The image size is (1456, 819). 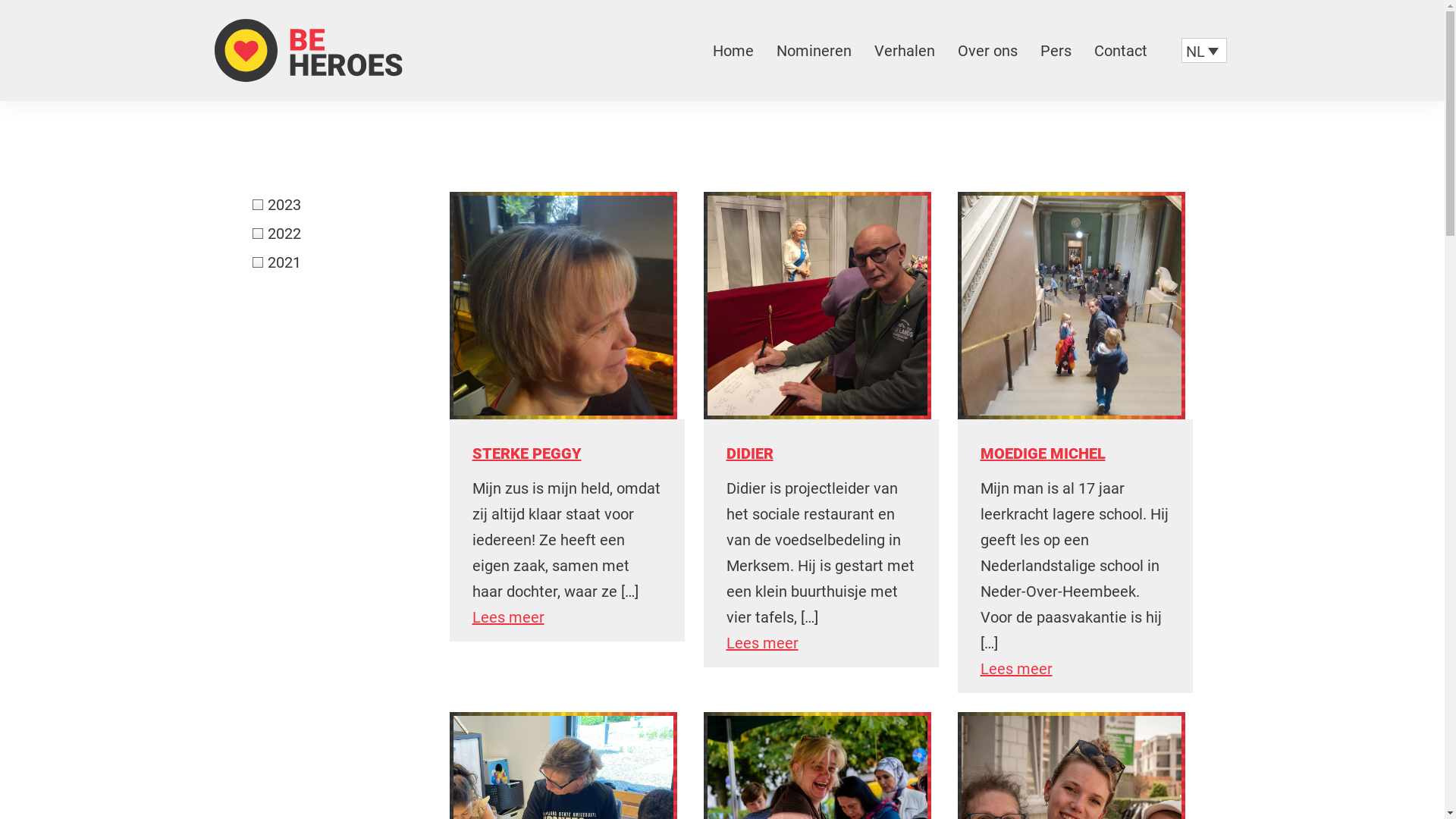 What do you see at coordinates (471, 617) in the screenshot?
I see `'Lees meer'` at bounding box center [471, 617].